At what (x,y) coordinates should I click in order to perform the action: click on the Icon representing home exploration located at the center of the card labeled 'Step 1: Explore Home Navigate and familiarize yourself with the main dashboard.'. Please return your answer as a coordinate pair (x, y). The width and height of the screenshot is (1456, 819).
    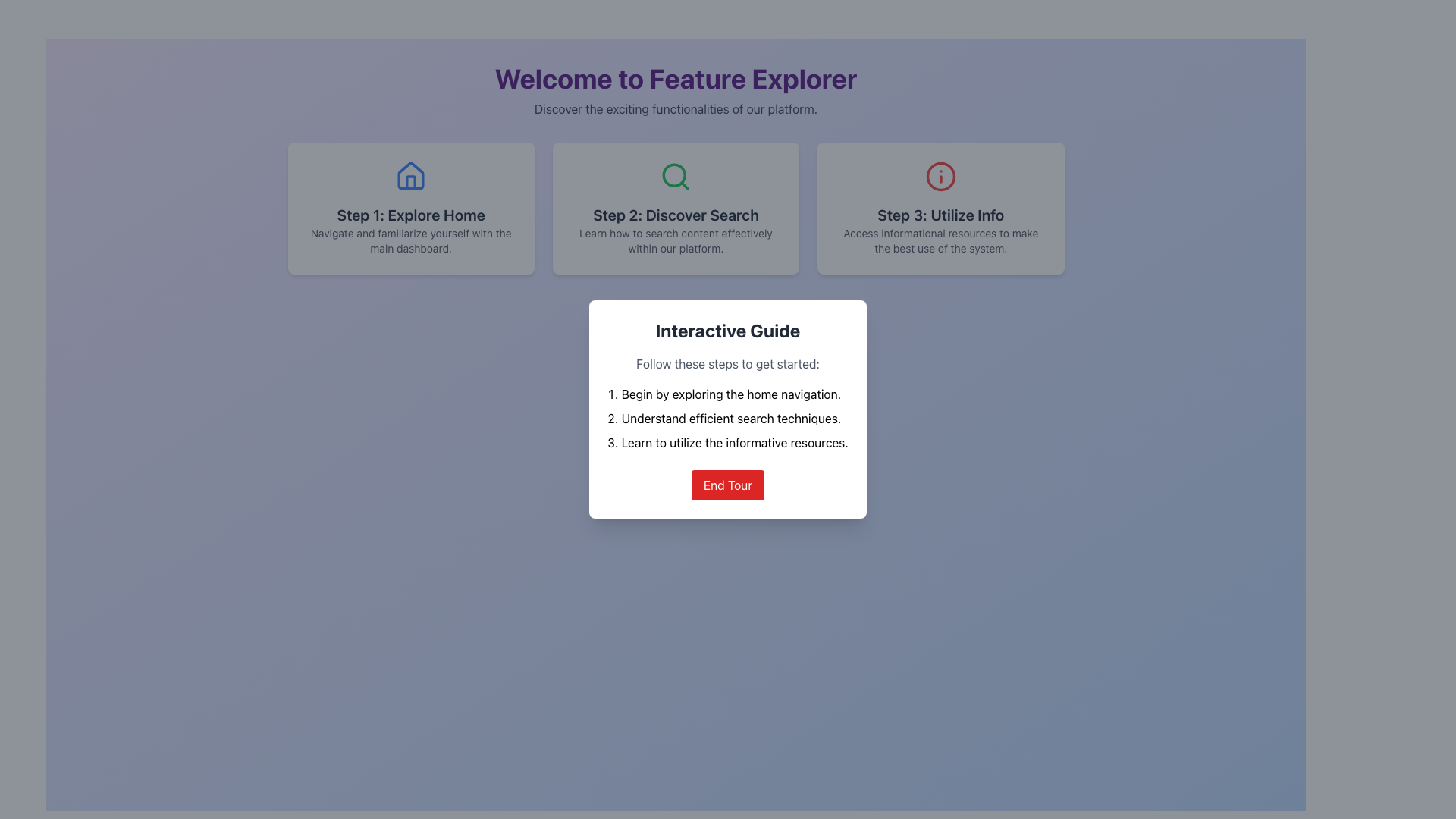
    Looking at the image, I should click on (411, 175).